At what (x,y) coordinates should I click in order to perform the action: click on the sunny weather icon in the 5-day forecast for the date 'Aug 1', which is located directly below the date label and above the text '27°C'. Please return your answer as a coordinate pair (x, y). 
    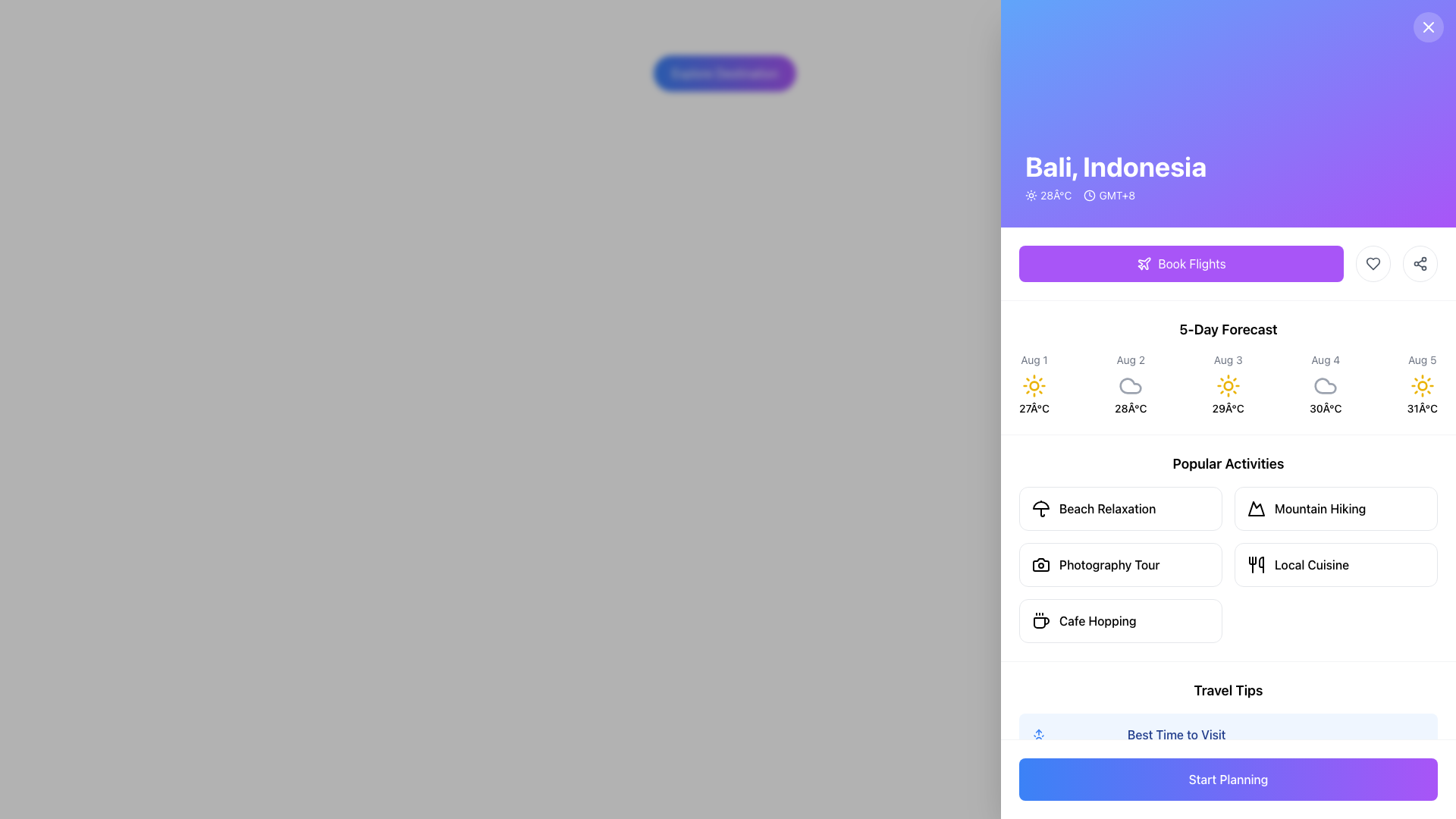
    Looking at the image, I should click on (1033, 385).